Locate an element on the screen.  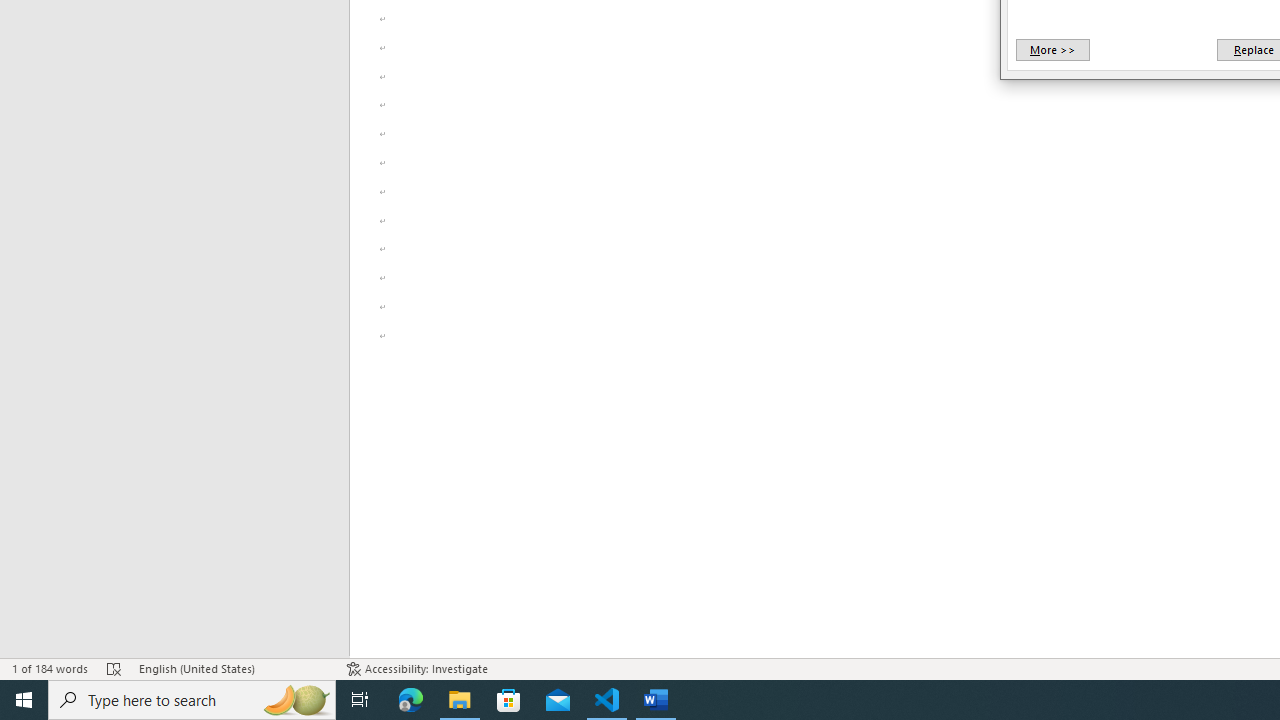
'Visual Studio Code - 1 running window' is located at coordinates (606, 698).